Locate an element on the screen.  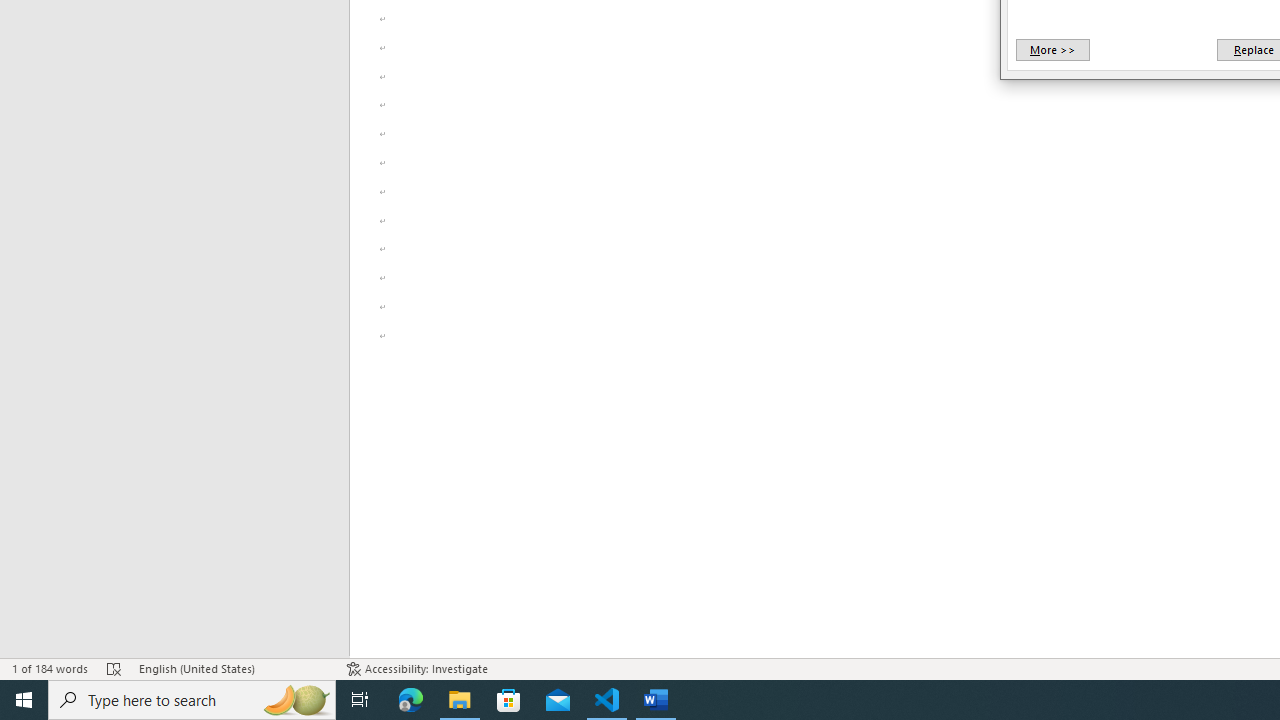
'Visual Studio Code - 1 running window' is located at coordinates (606, 698).